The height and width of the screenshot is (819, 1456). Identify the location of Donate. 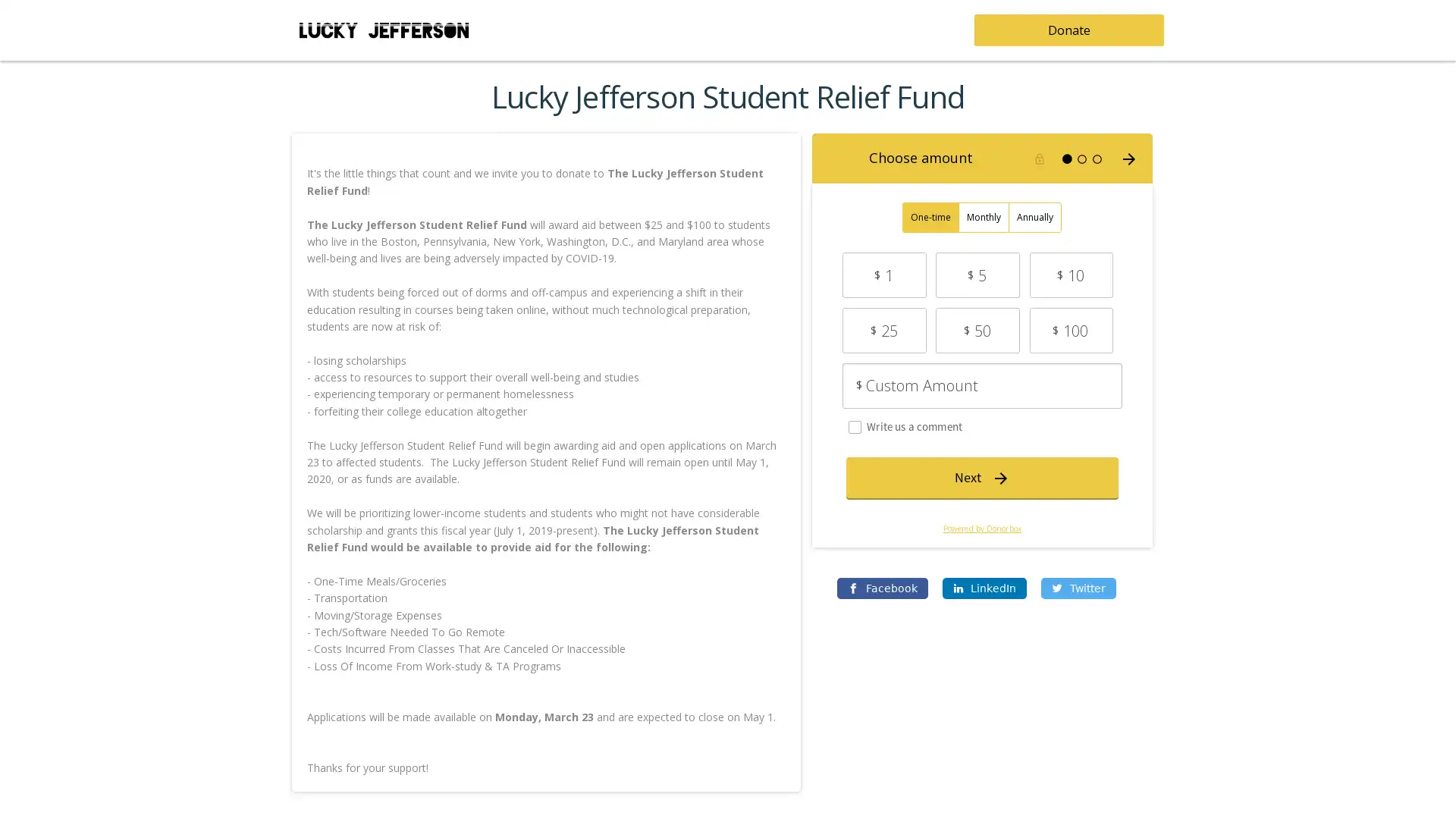
(1068, 30).